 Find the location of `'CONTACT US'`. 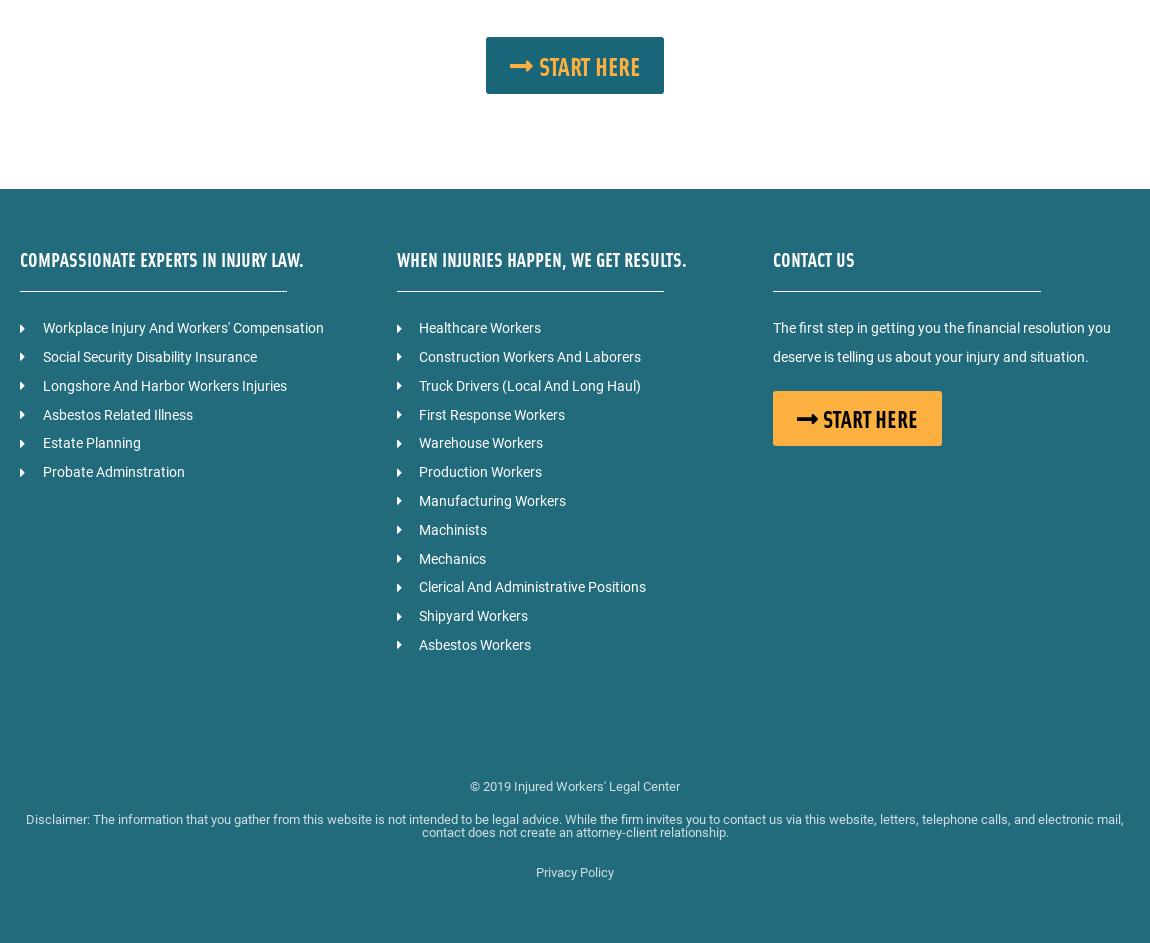

'CONTACT US' is located at coordinates (812, 258).